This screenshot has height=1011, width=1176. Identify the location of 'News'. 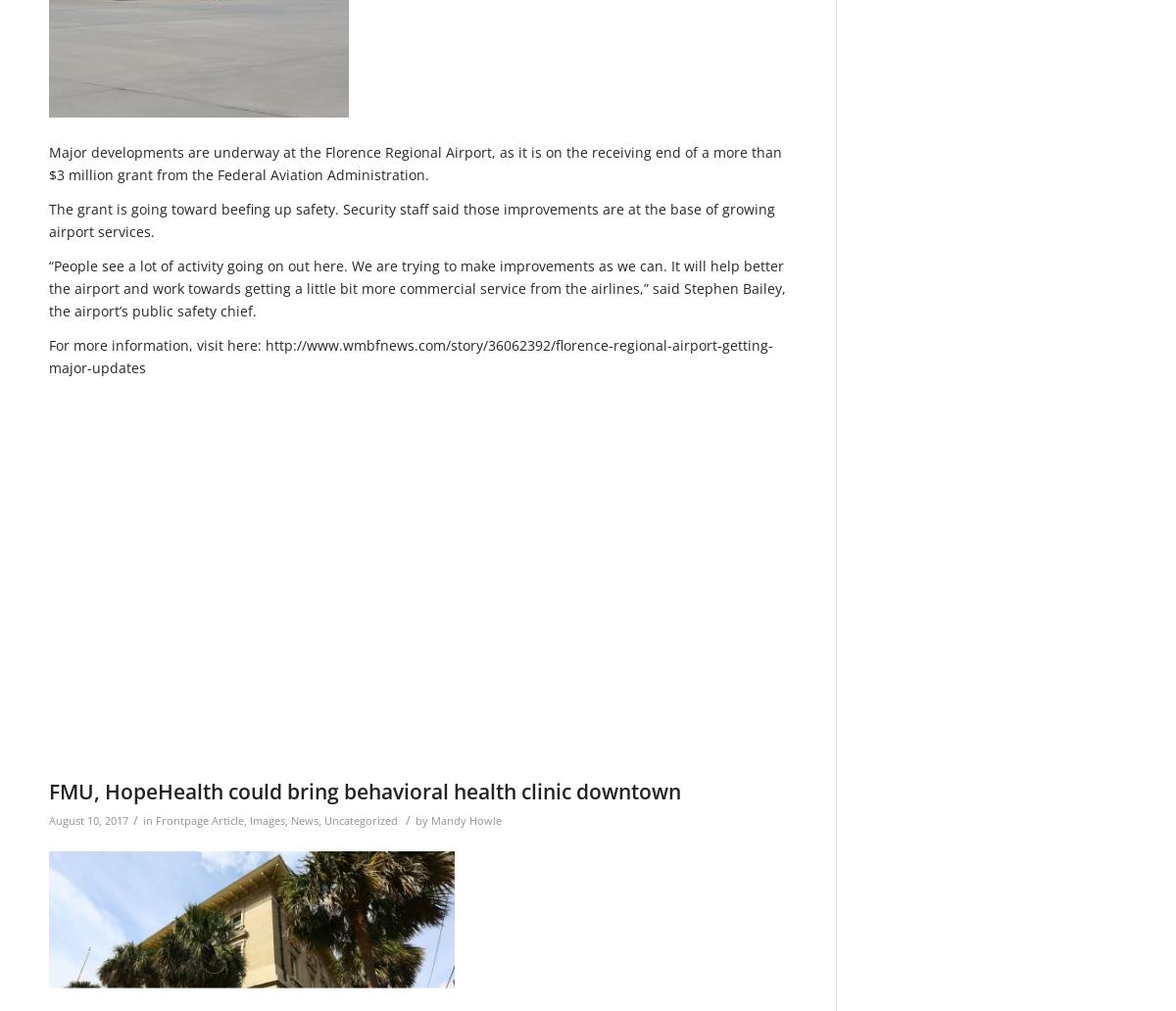
(305, 819).